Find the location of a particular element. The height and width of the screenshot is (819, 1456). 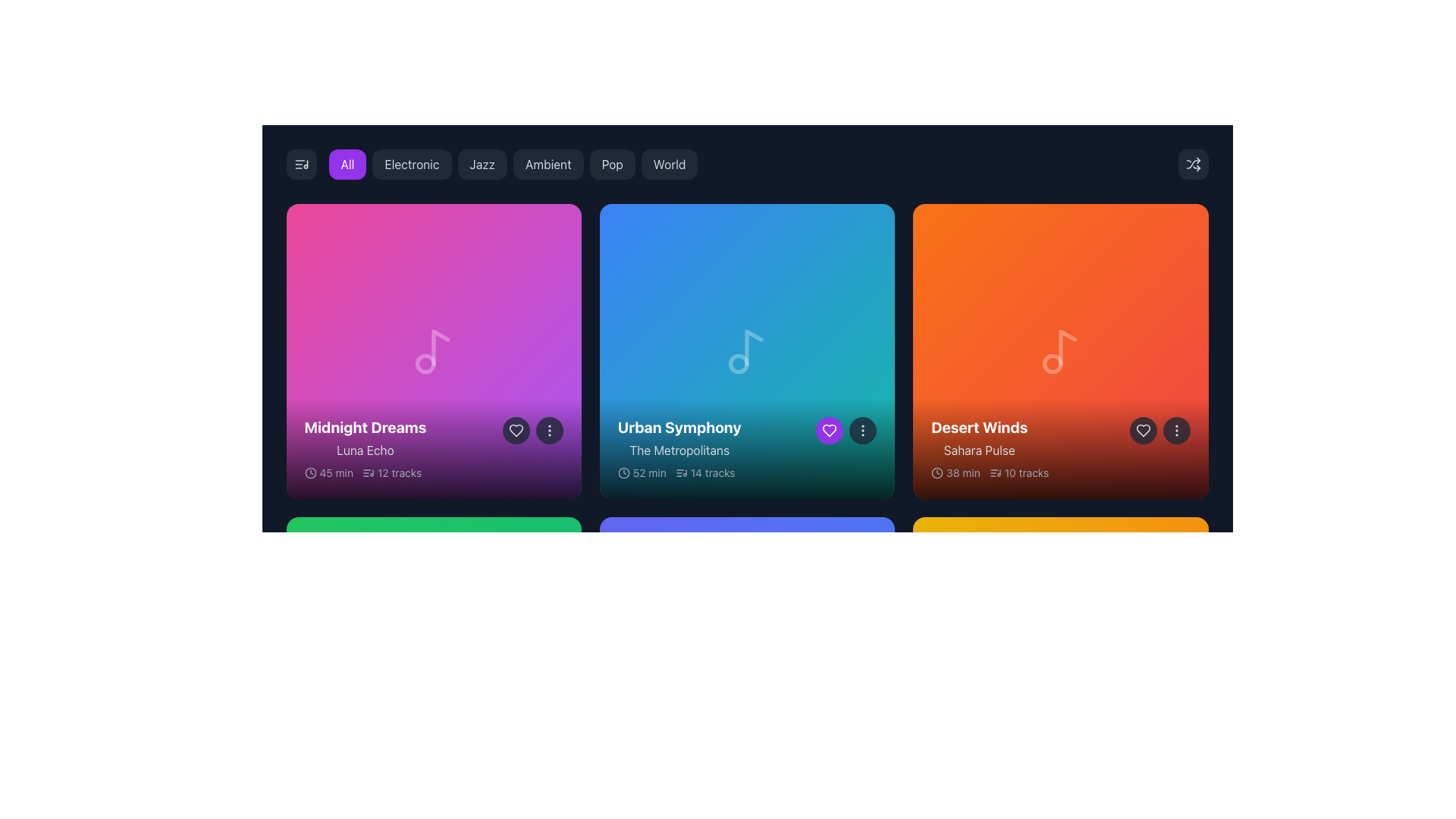

the visual indicator, which is a circular clock icon with minimalist lines located to the left of the '41 min' text within the time display section at the bottom left corner of the first card below the 'Urban Symphony' card is located at coordinates (309, 786).